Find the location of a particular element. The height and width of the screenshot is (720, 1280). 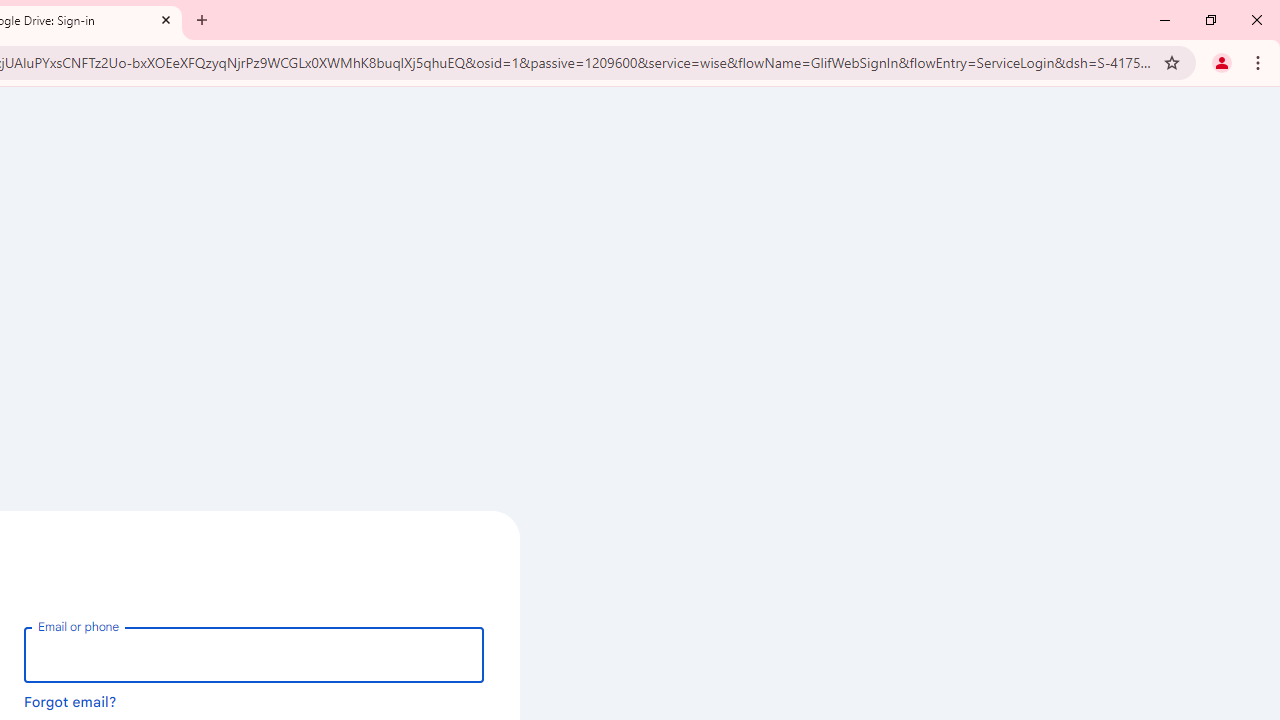

'New Tab' is located at coordinates (202, 20).